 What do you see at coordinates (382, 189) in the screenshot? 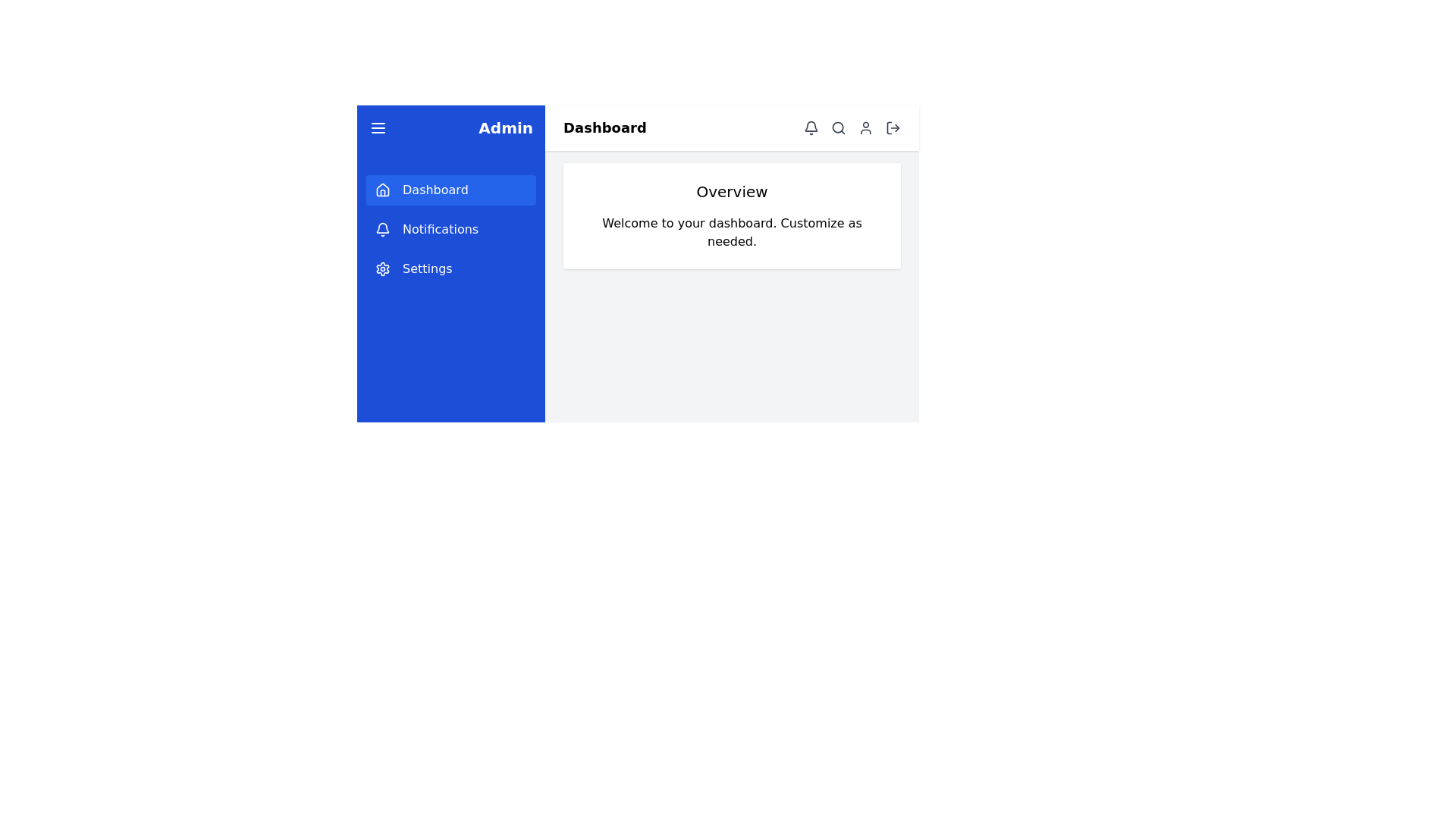
I see `the blue-highlighted navigation button labeled 'Dashboard'` at bounding box center [382, 189].